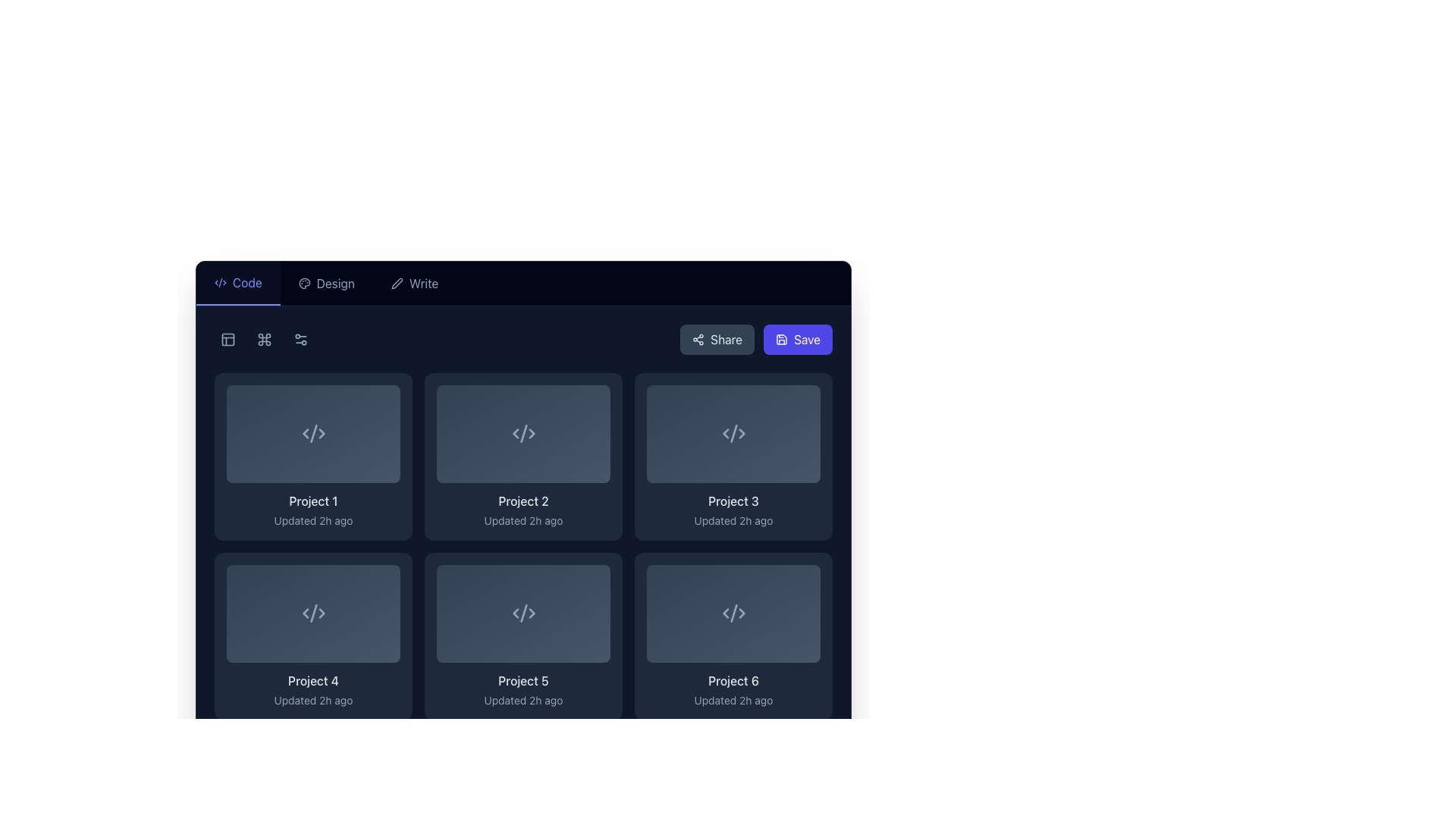 Image resolution: width=1456 pixels, height=819 pixels. What do you see at coordinates (523, 700) in the screenshot?
I see `text label that informs users about the last update time of the project titled 'Project 5', which is centrally aligned below the heading and located at the bottom of the card component` at bounding box center [523, 700].